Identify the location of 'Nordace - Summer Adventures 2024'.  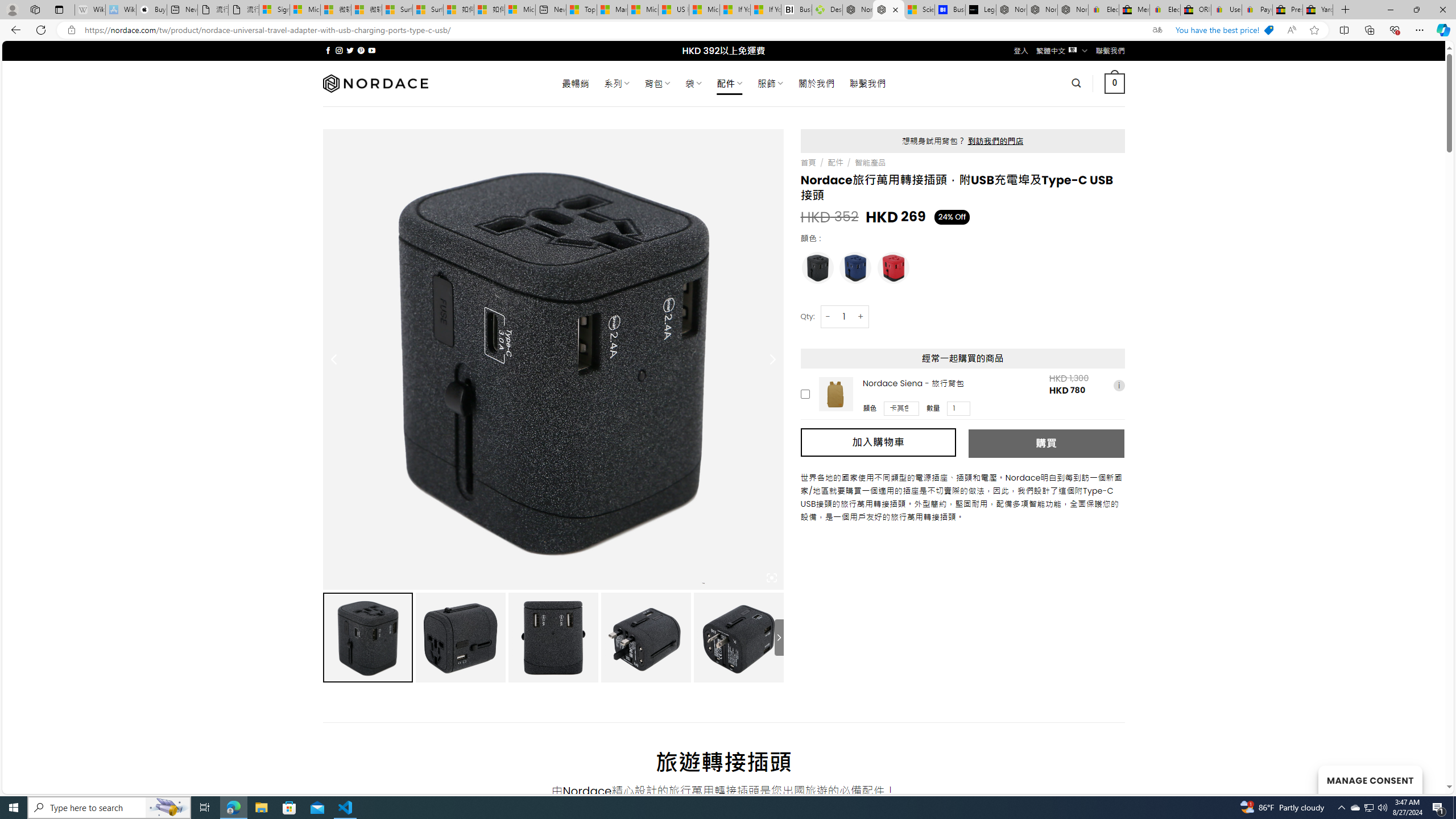
(857, 9).